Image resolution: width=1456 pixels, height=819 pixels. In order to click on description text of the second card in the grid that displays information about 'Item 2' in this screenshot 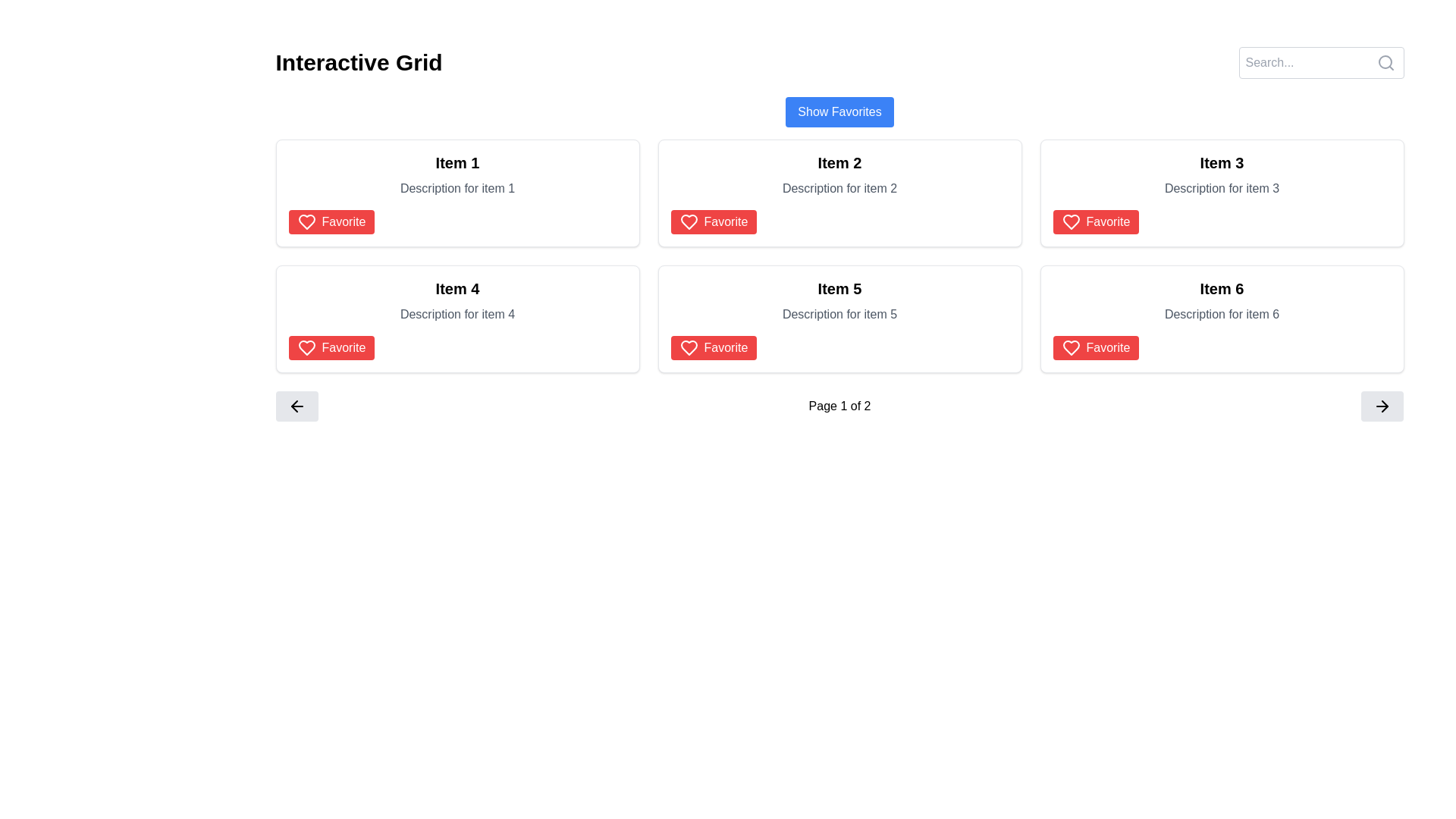, I will do `click(839, 192)`.